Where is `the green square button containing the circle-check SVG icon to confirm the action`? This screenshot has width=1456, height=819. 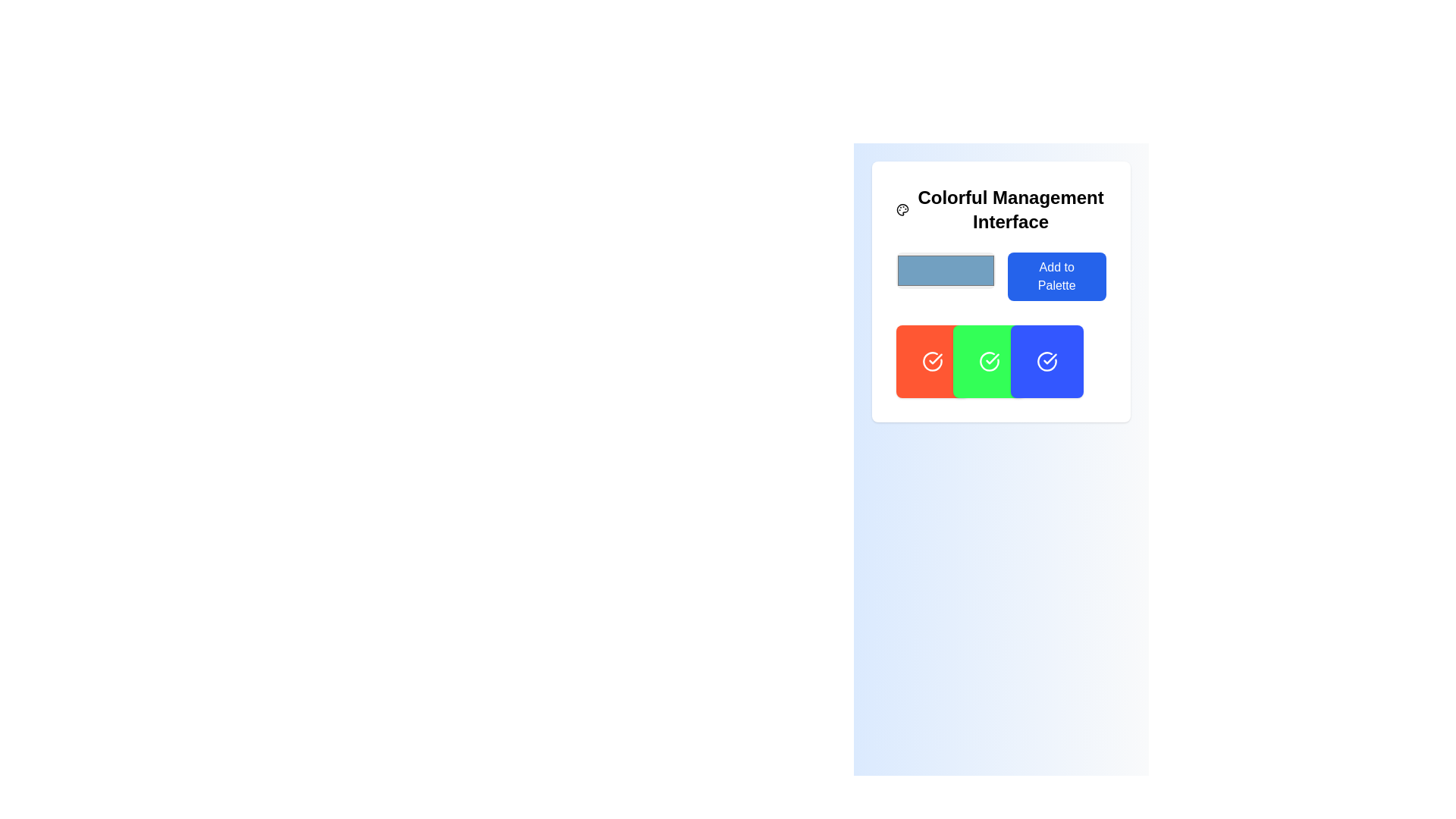 the green square button containing the circle-check SVG icon to confirm the action is located at coordinates (931, 362).